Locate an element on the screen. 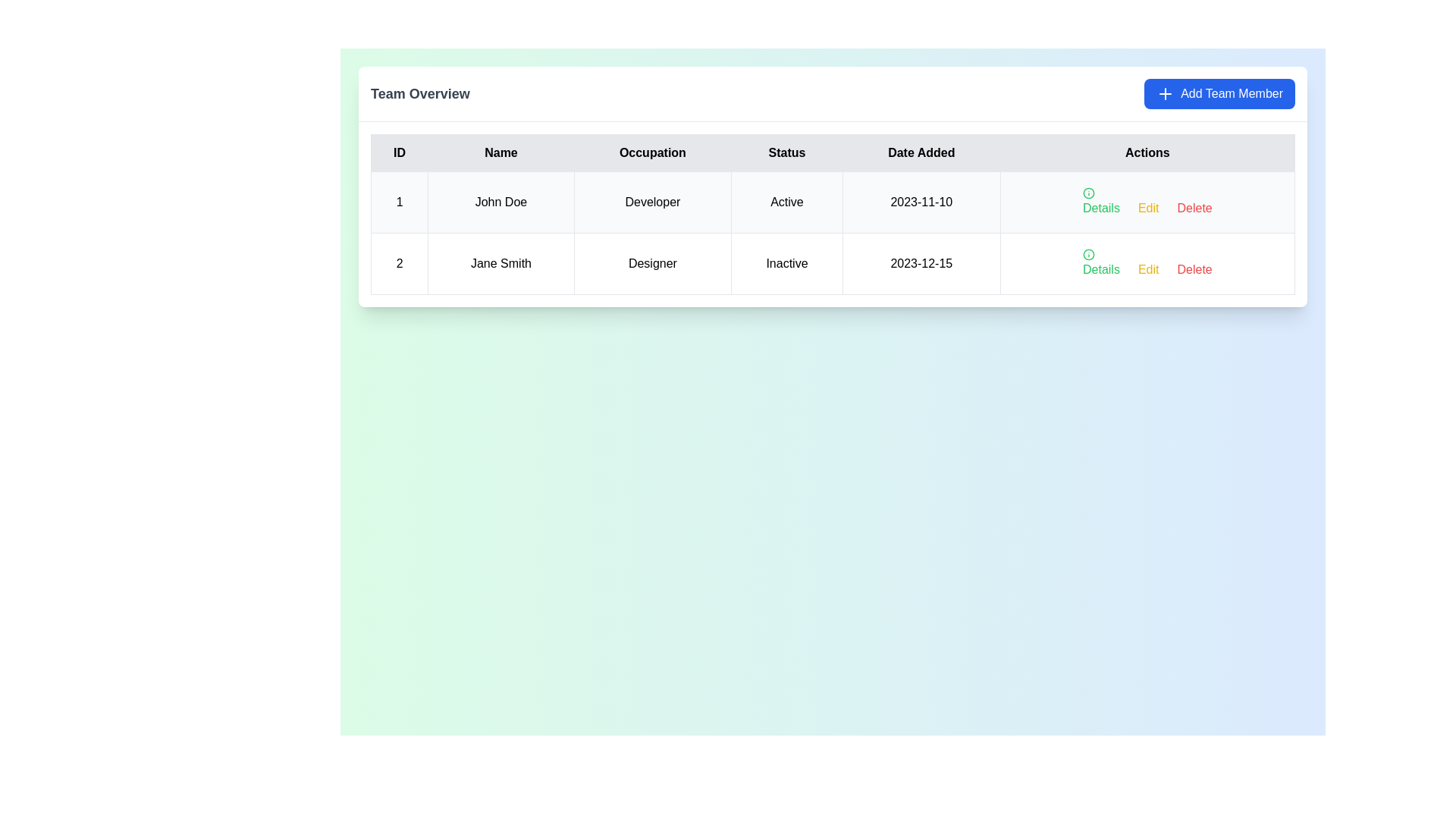 Image resolution: width=1456 pixels, height=819 pixels. the Text cell displaying the occupation attribute 'Developer' for John Doe, located in the 'Occupation' column of the first row of the table is located at coordinates (652, 201).